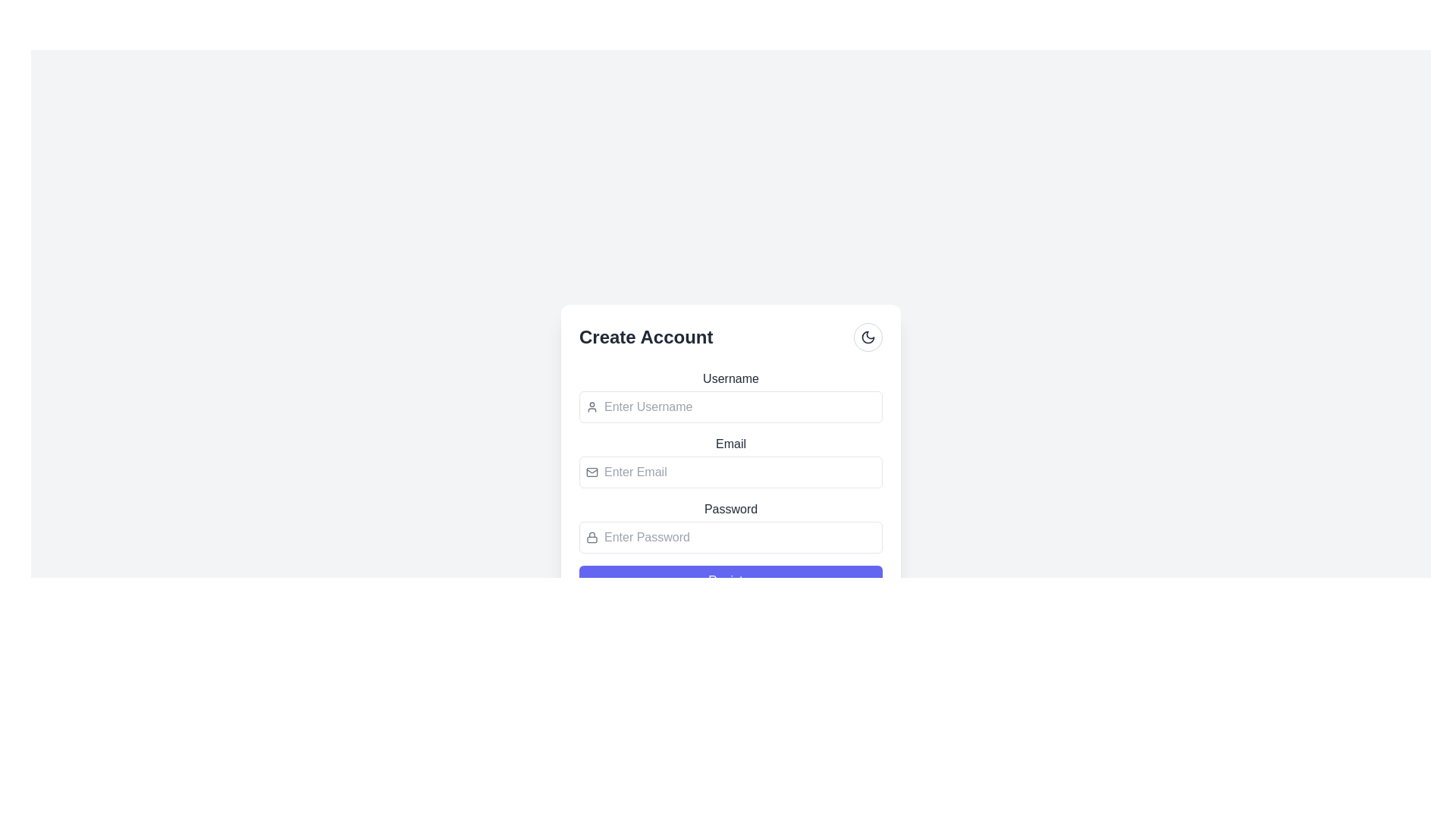  What do you see at coordinates (591, 406) in the screenshot?
I see `the username icon located to the left of the input field with the placeholder 'Enter Username'` at bounding box center [591, 406].